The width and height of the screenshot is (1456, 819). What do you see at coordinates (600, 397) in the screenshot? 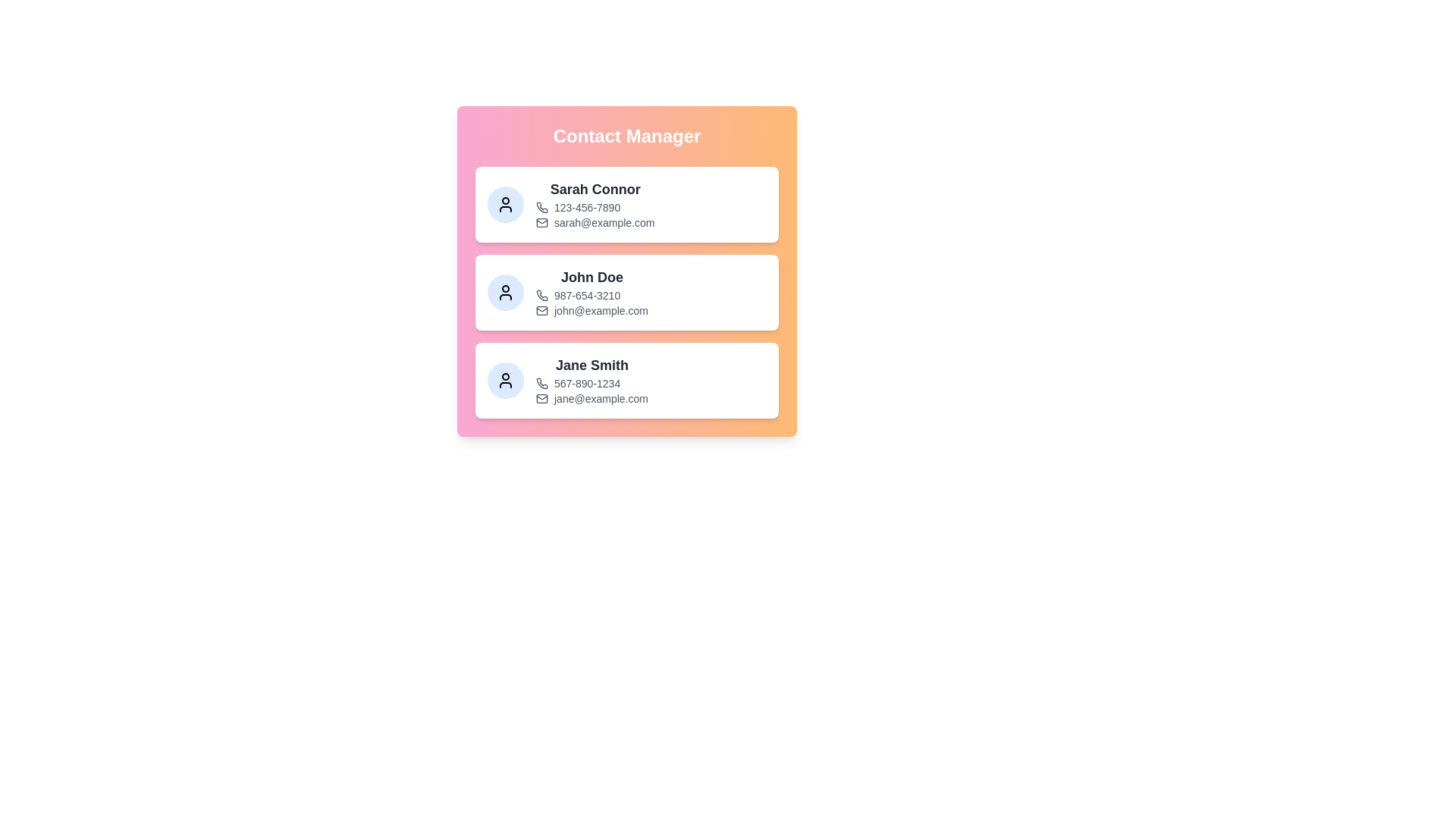
I see `the email address of Jane Smith` at bounding box center [600, 397].